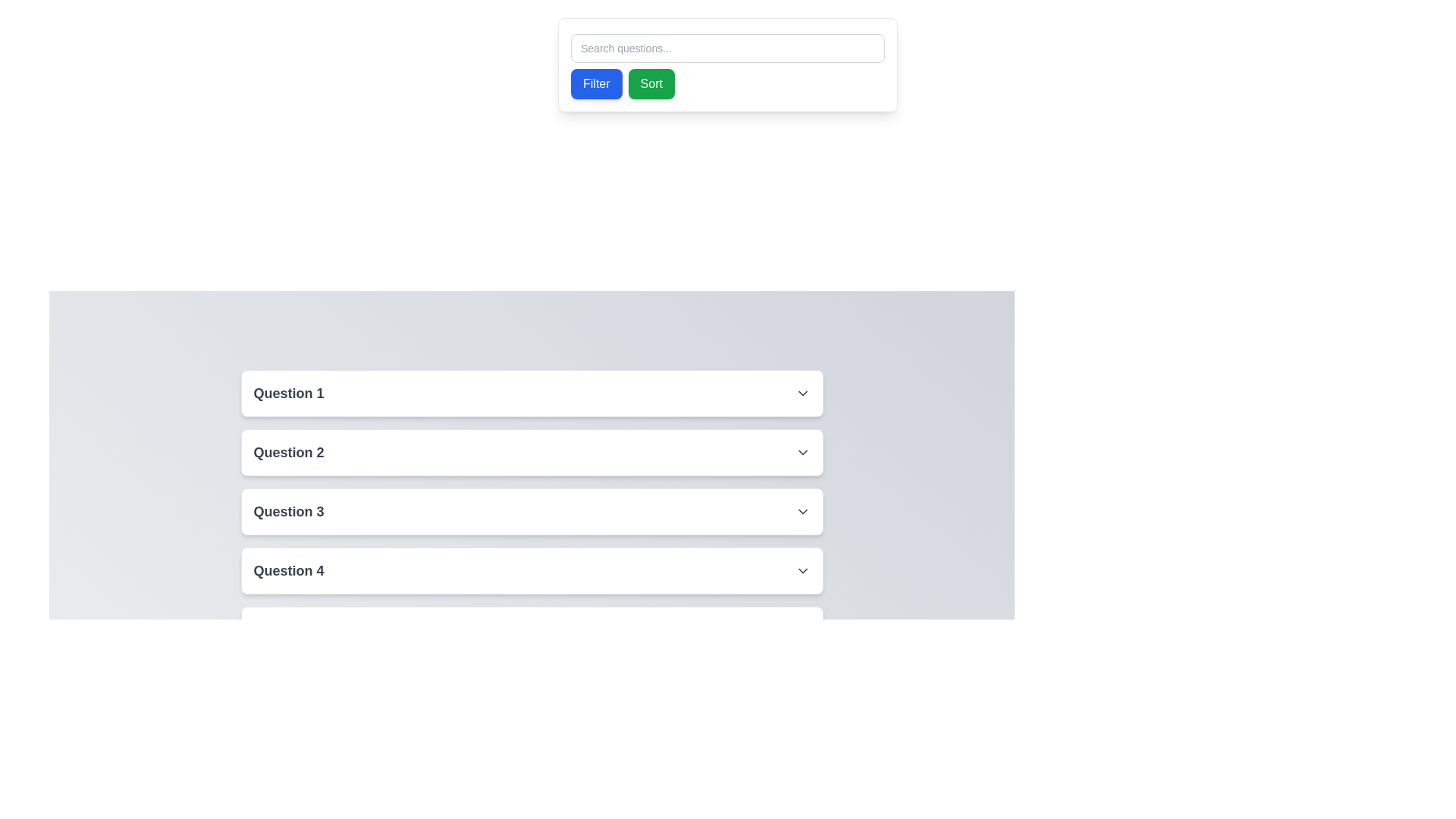  What do you see at coordinates (288, 452) in the screenshot?
I see `the text label displaying 'Question 2', which is bold, larger, and dark gray, located as the second item in a list of labeled sections` at bounding box center [288, 452].